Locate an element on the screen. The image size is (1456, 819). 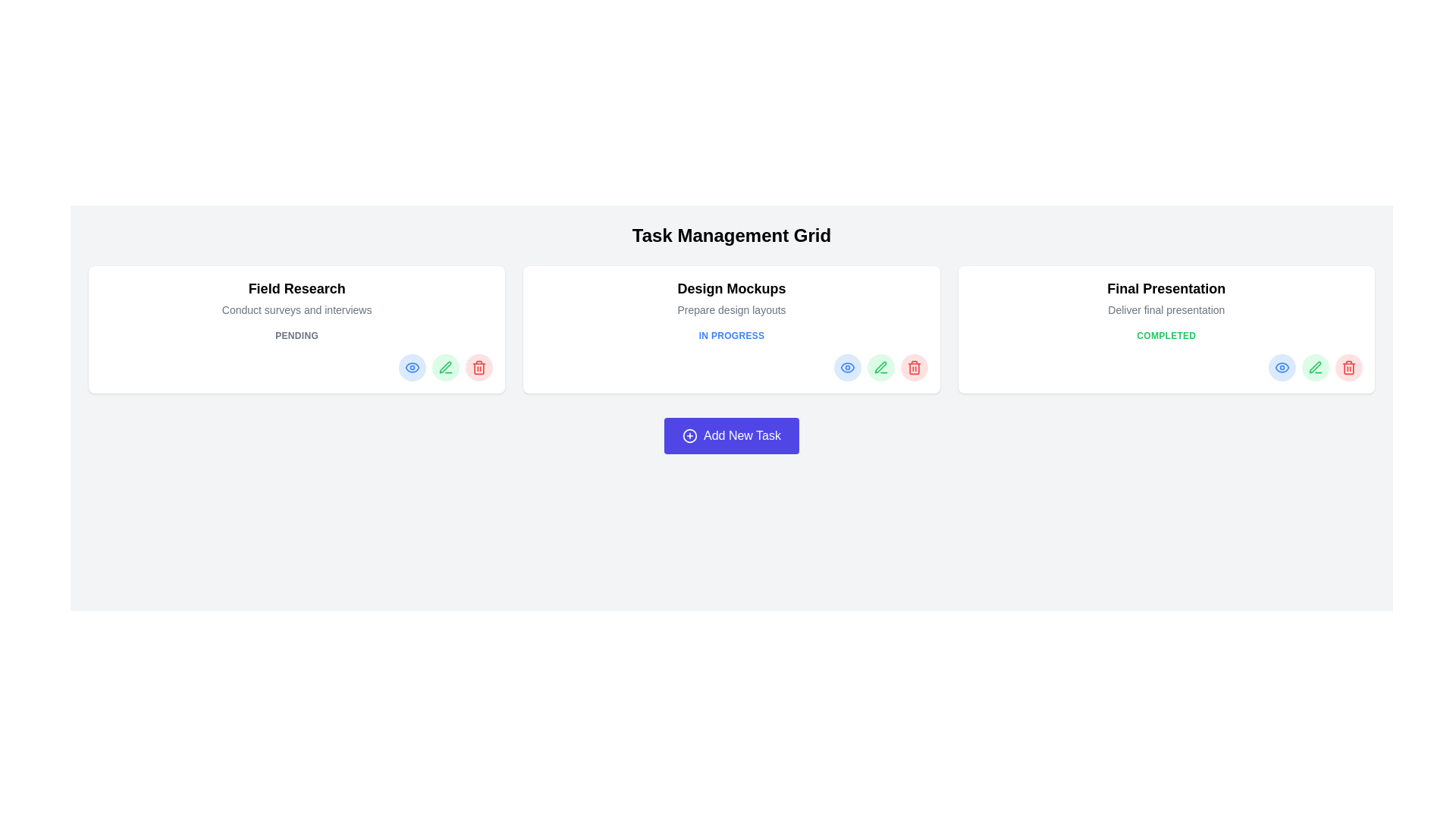
the green pen-shaped icon button located within the 'Design Mockups' task card is located at coordinates (880, 368).